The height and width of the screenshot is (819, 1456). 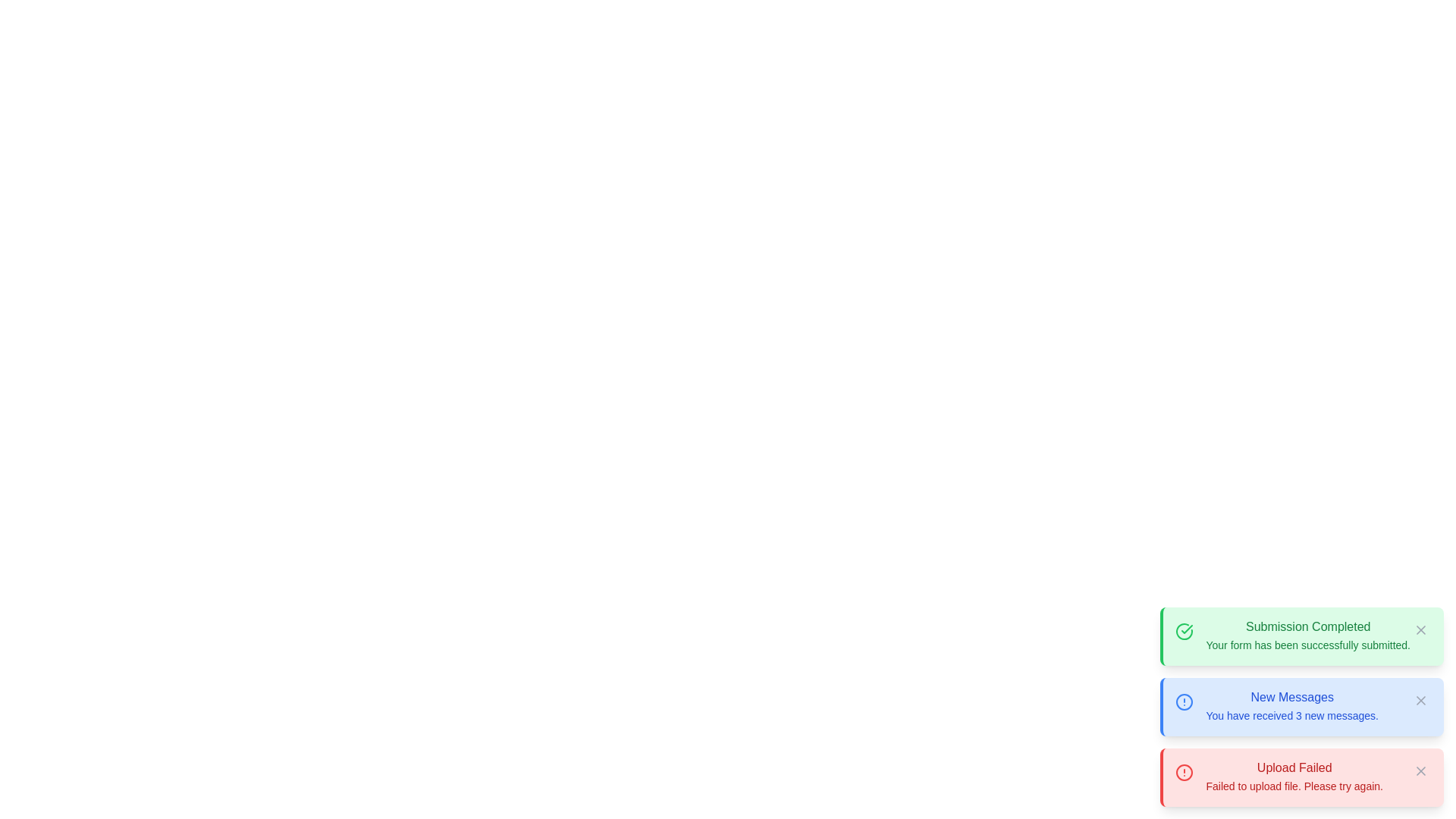 I want to click on the close button located at the top-right corner of the 'Submission Completed' alert box to observe a visual change, so click(x=1420, y=629).